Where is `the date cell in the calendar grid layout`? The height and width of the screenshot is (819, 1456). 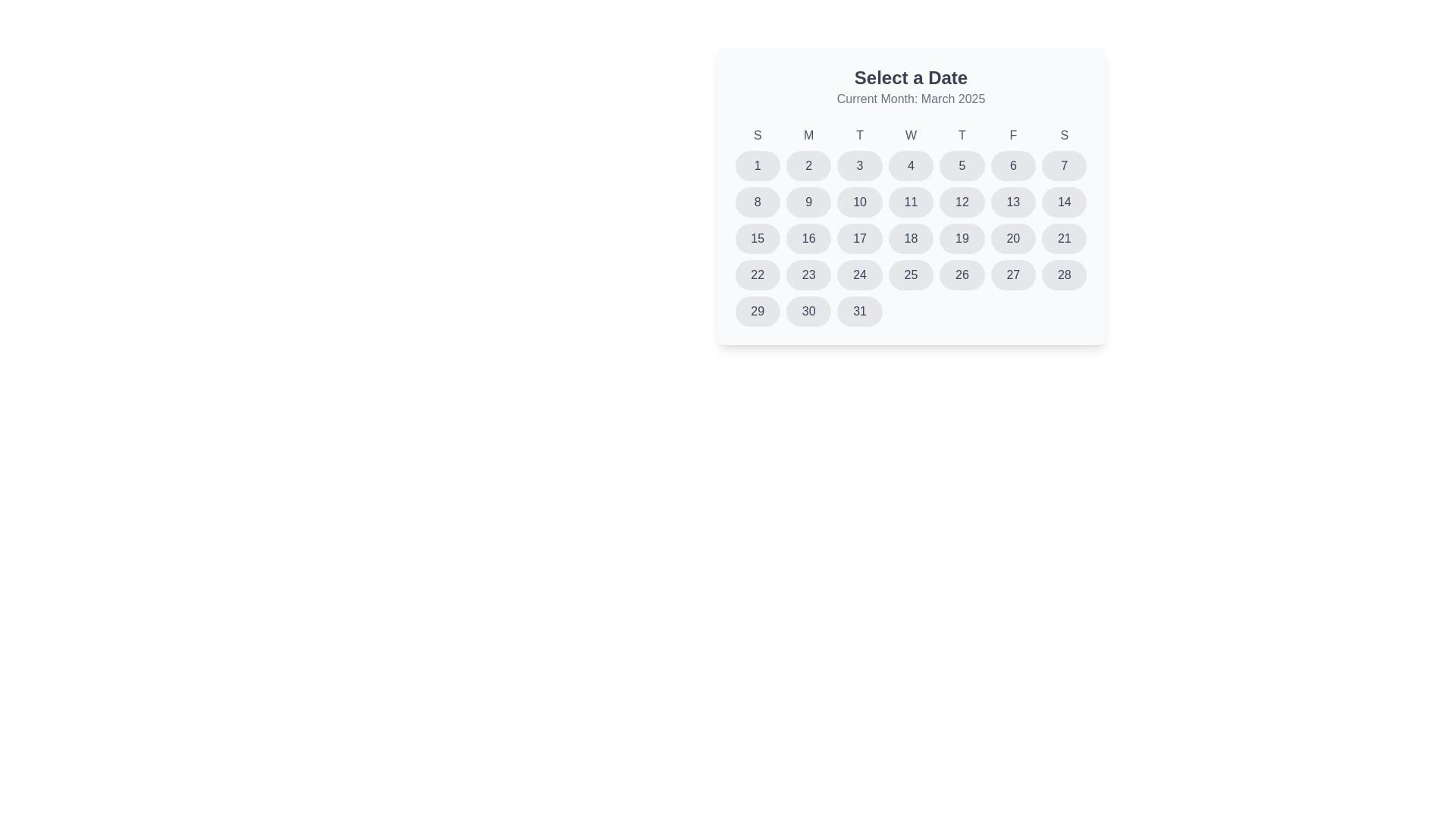
the date cell in the calendar grid layout is located at coordinates (910, 227).